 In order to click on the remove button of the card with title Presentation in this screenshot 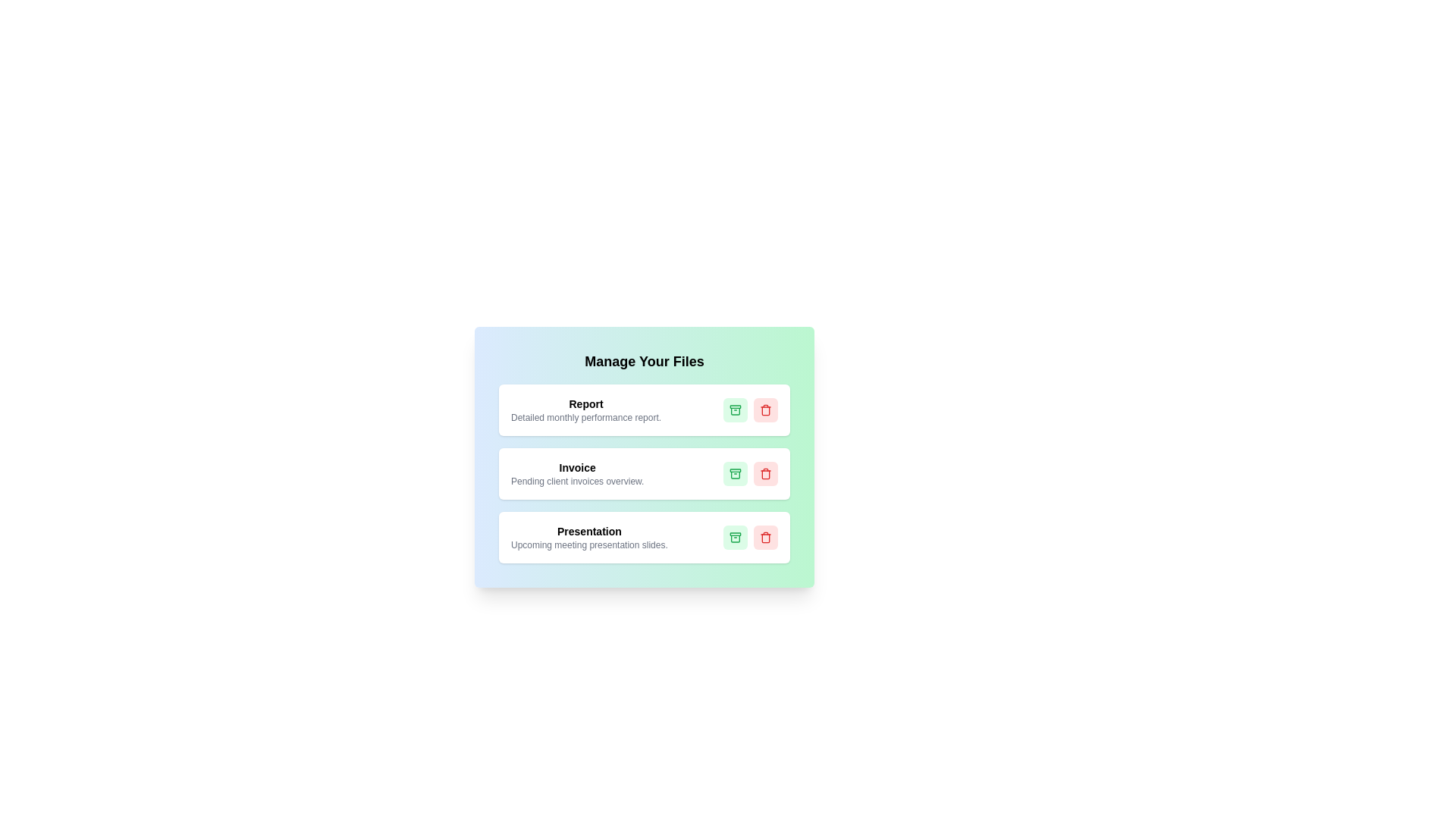, I will do `click(765, 537)`.